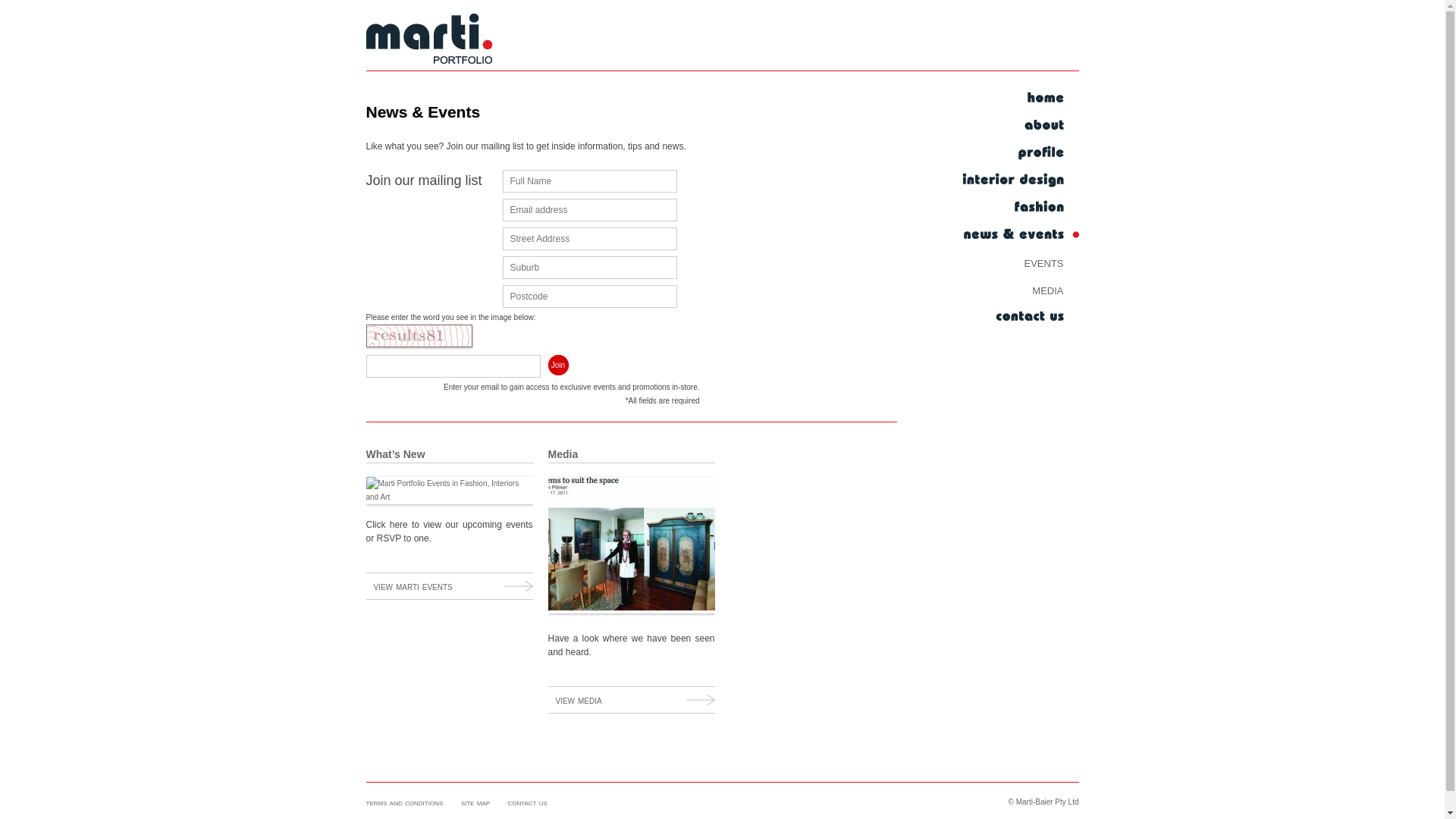 The image size is (1456, 819). Describe the element at coordinates (447, 491) in the screenshot. I see `'Marti Portfolio Events in Fashion, Interiors and Art'` at that location.